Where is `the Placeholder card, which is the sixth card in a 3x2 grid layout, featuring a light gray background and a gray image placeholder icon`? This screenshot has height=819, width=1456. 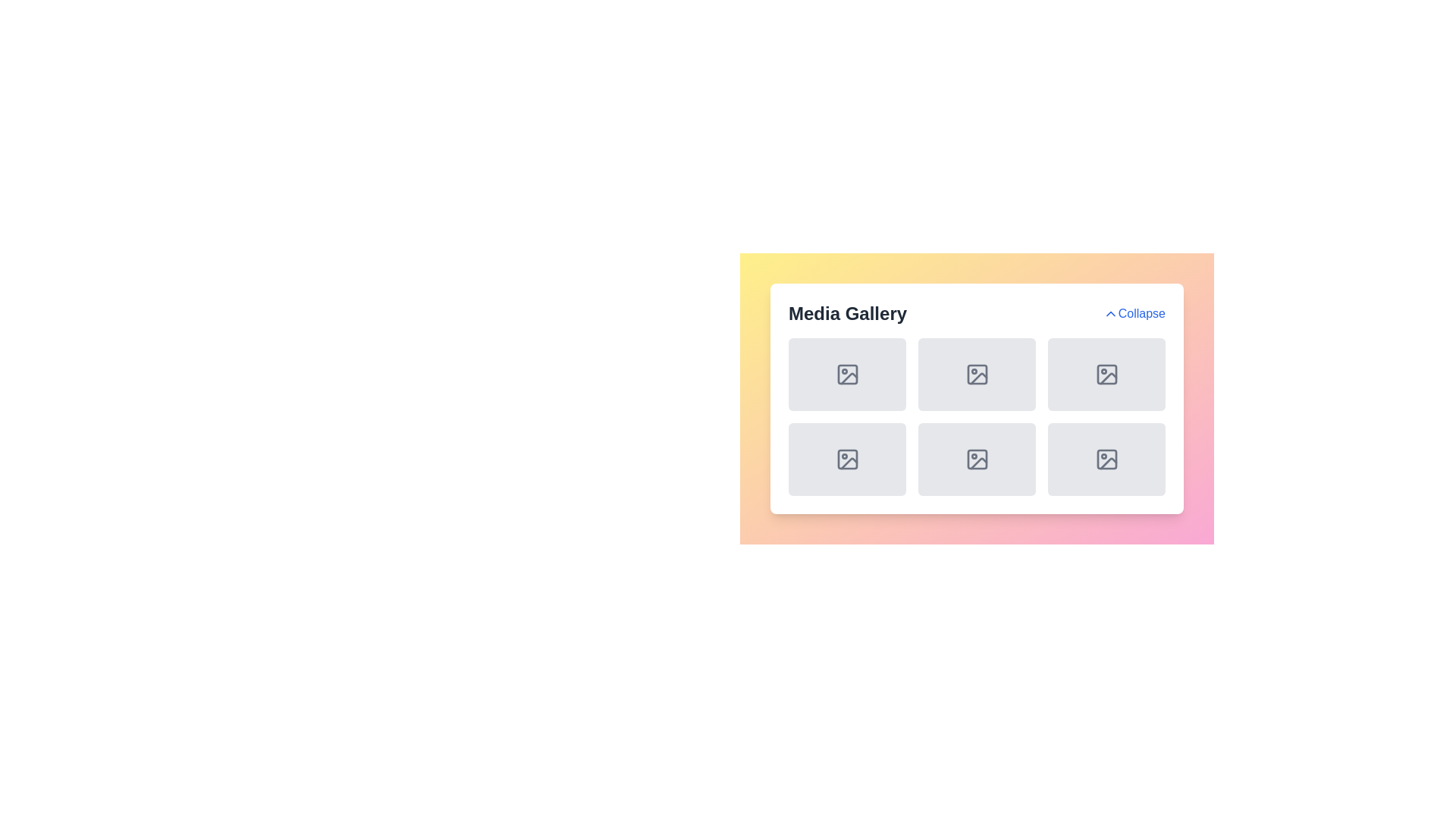 the Placeholder card, which is the sixth card in a 3x2 grid layout, featuring a light gray background and a gray image placeholder icon is located at coordinates (977, 458).